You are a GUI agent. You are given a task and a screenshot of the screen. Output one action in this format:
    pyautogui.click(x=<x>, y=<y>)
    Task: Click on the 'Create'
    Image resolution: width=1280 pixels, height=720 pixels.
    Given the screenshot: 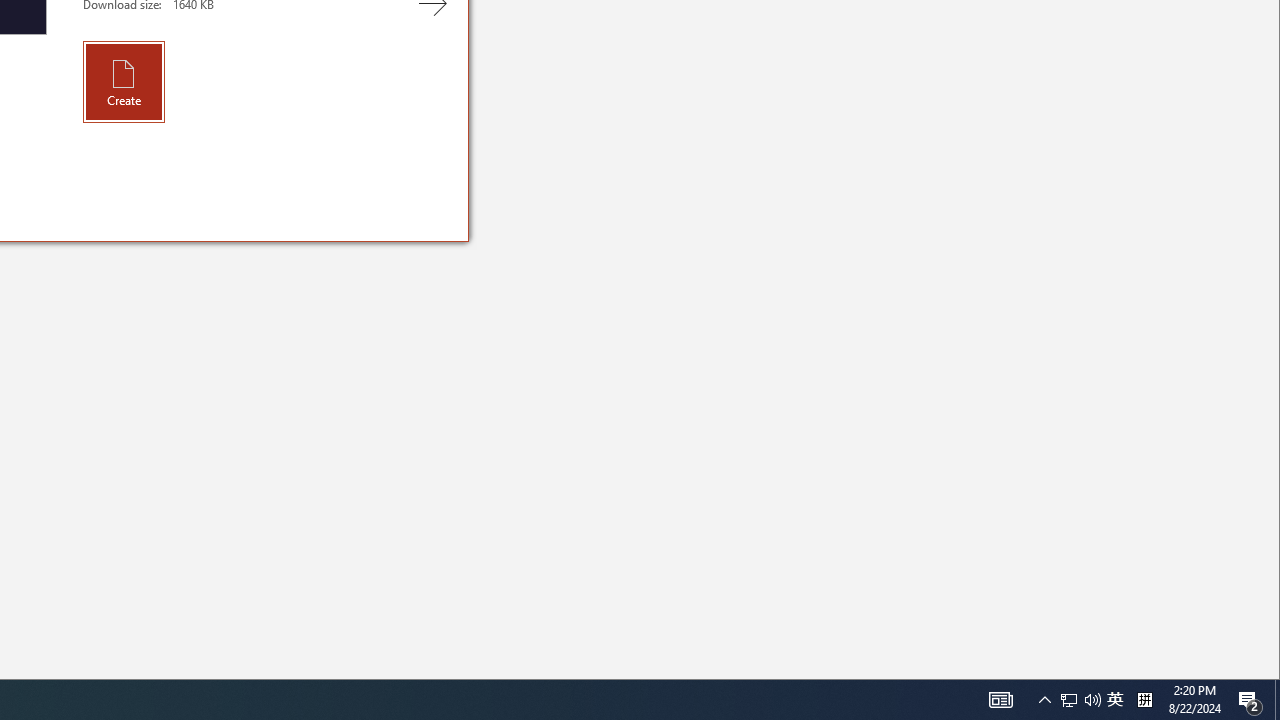 What is the action you would take?
    pyautogui.click(x=123, y=81)
    